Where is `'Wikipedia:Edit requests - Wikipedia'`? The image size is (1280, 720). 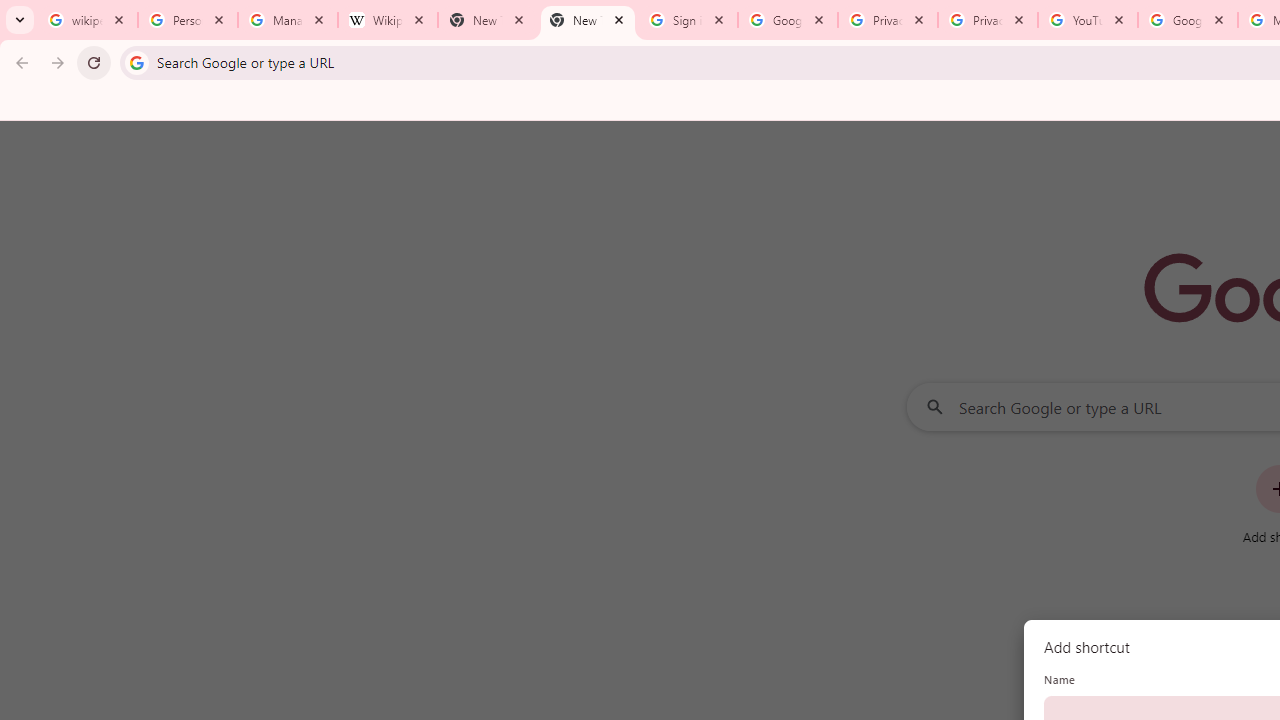
'Wikipedia:Edit requests - Wikipedia' is located at coordinates (387, 20).